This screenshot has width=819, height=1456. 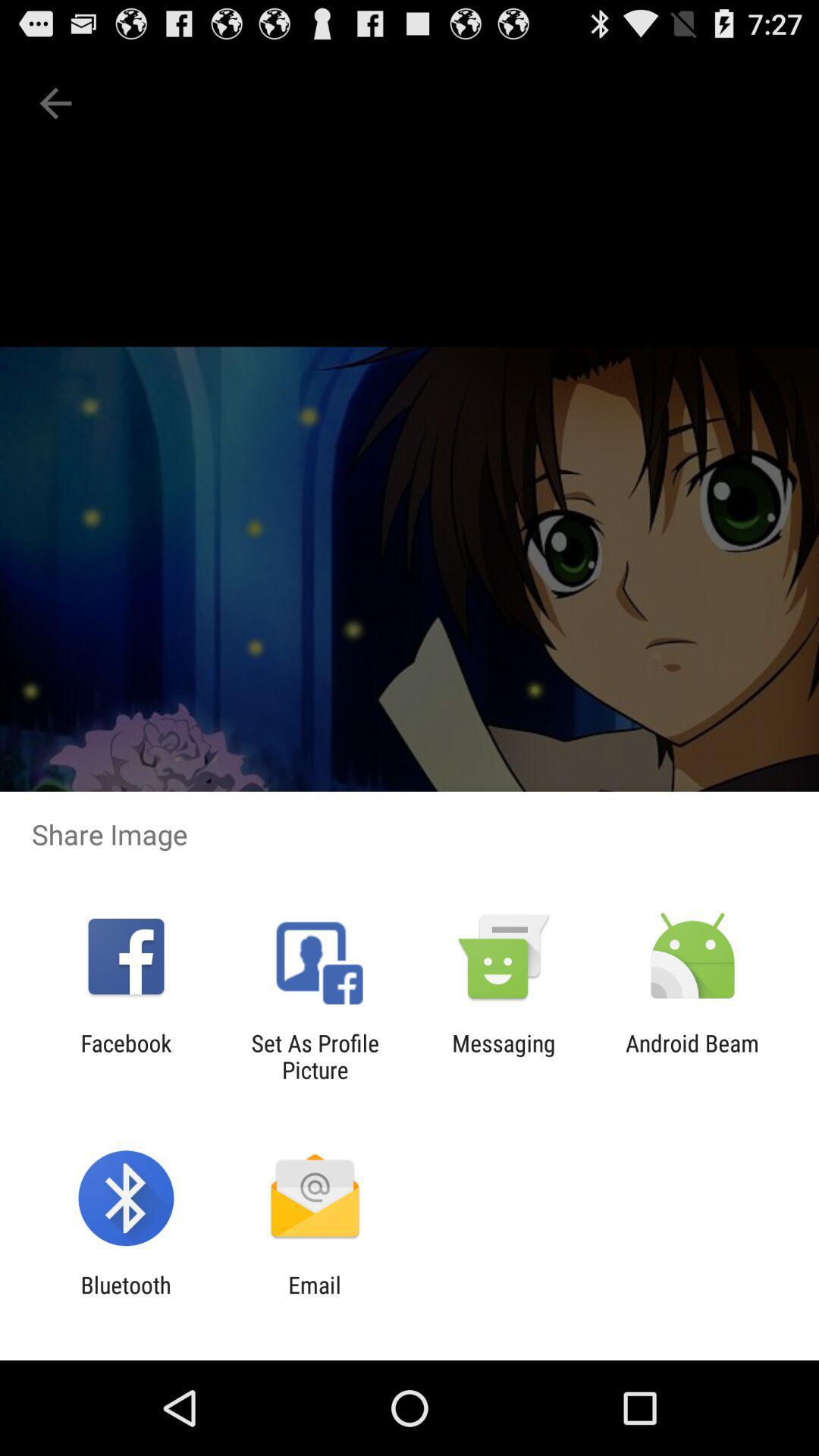 I want to click on icon next to messaging icon, so click(x=692, y=1056).